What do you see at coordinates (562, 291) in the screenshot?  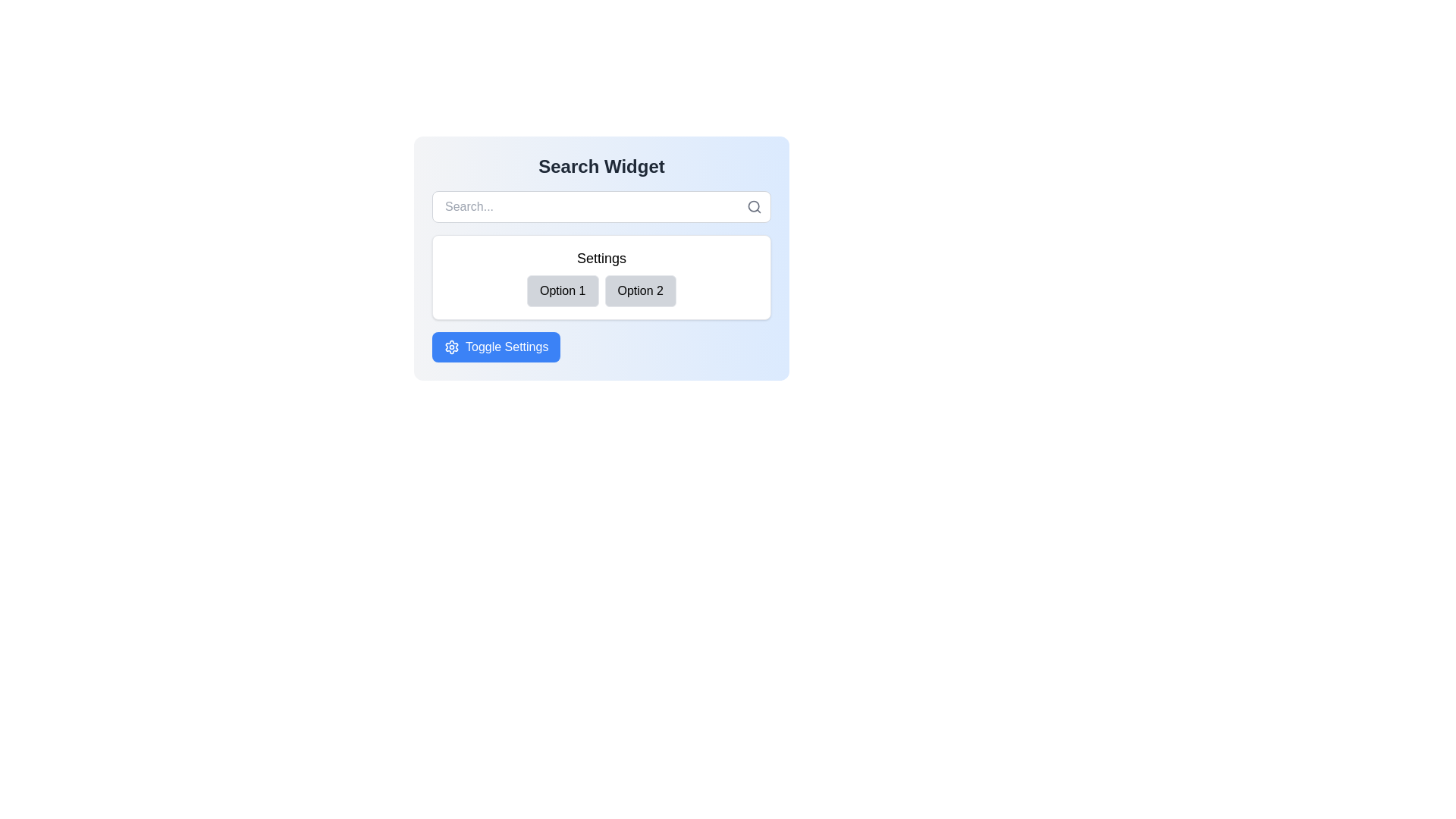 I see `the 'Option 1' button, which is a rectangular button with rounded corners and a light gray background located in the settings panel under the 'Search Widget' header` at bounding box center [562, 291].